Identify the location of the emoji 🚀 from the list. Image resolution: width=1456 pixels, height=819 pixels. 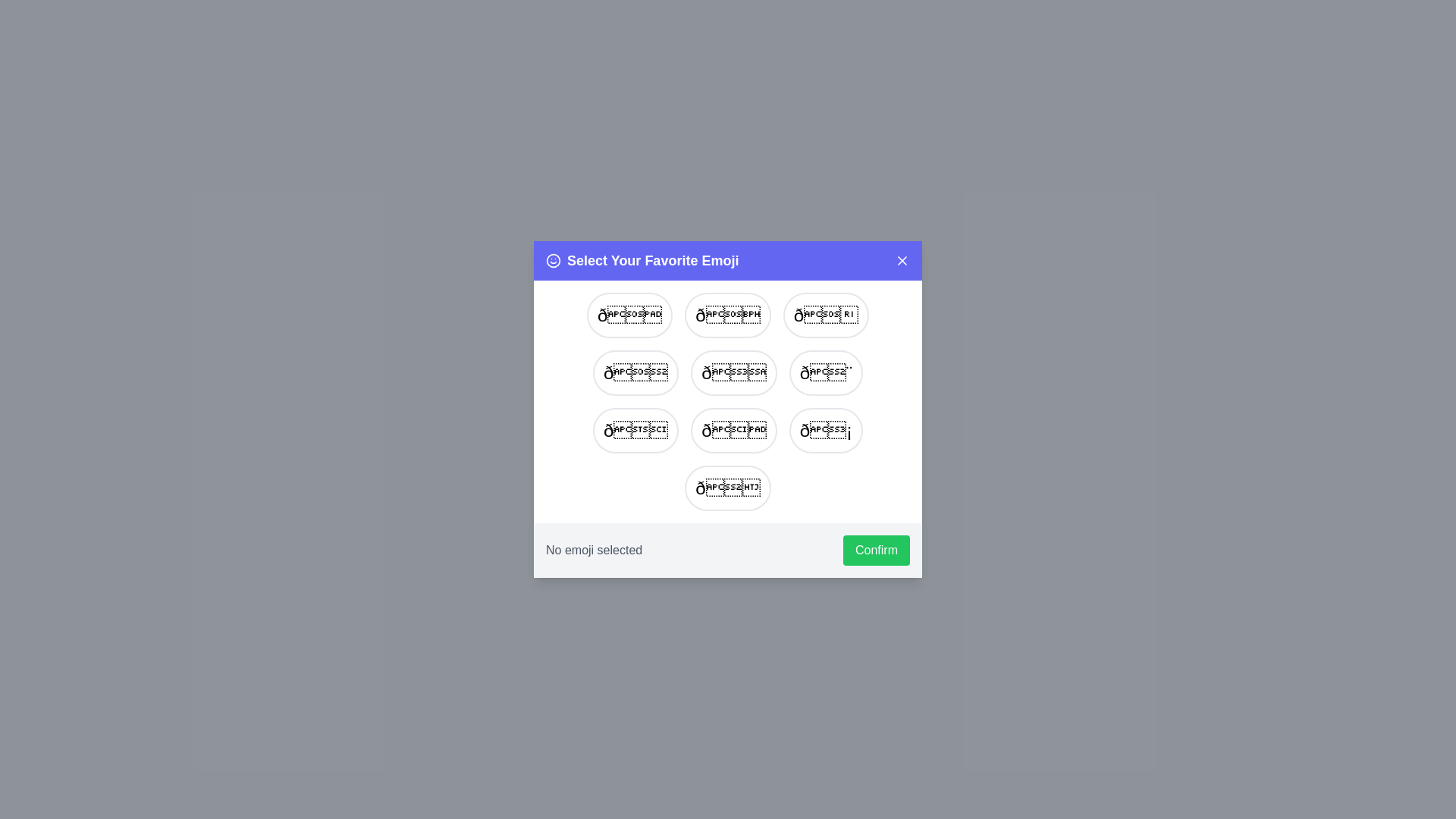
(734, 430).